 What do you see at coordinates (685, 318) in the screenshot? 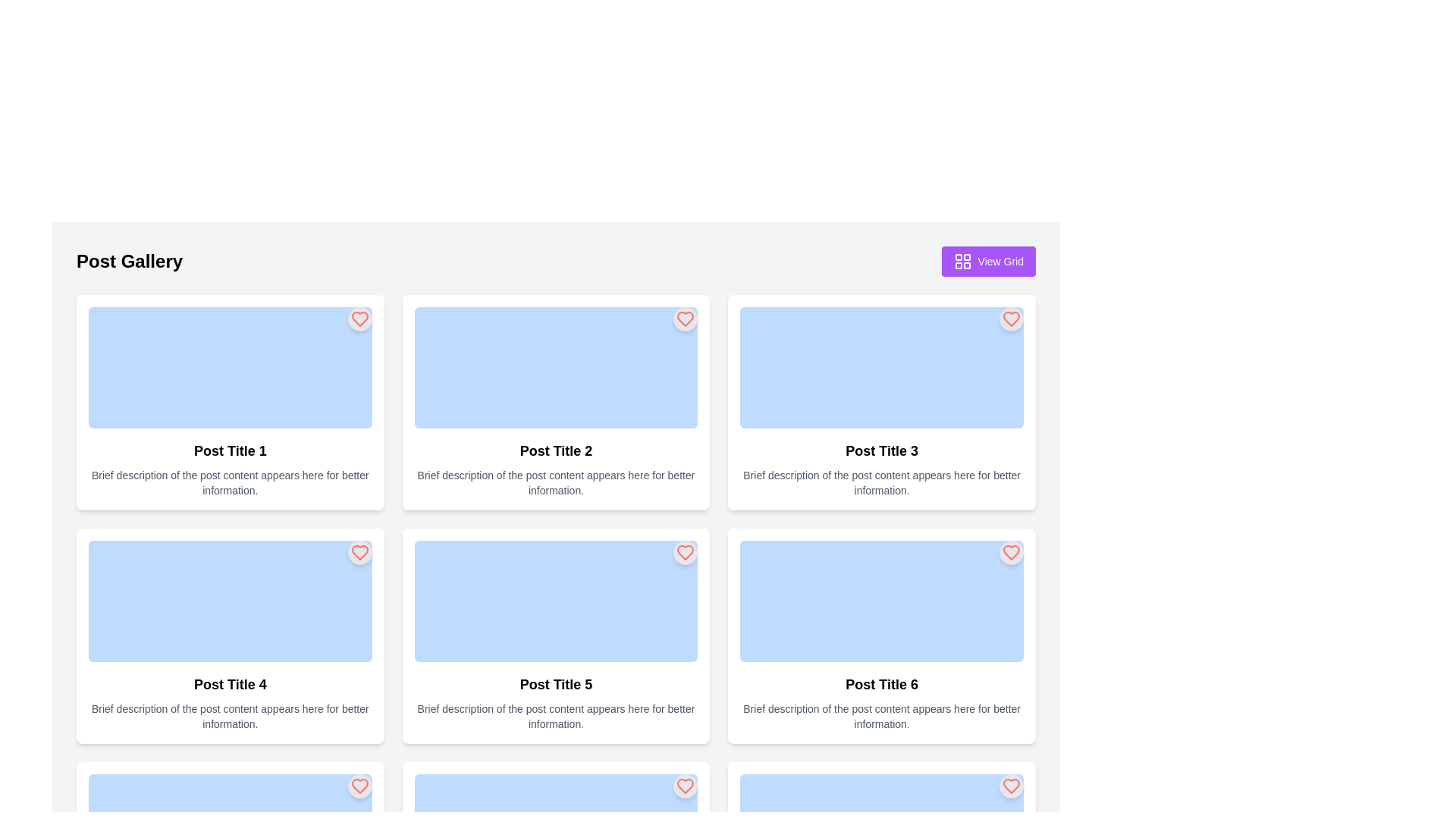
I see `the red heart icon at the top-right corner of the second post card titled 'Post Title 2'` at bounding box center [685, 318].